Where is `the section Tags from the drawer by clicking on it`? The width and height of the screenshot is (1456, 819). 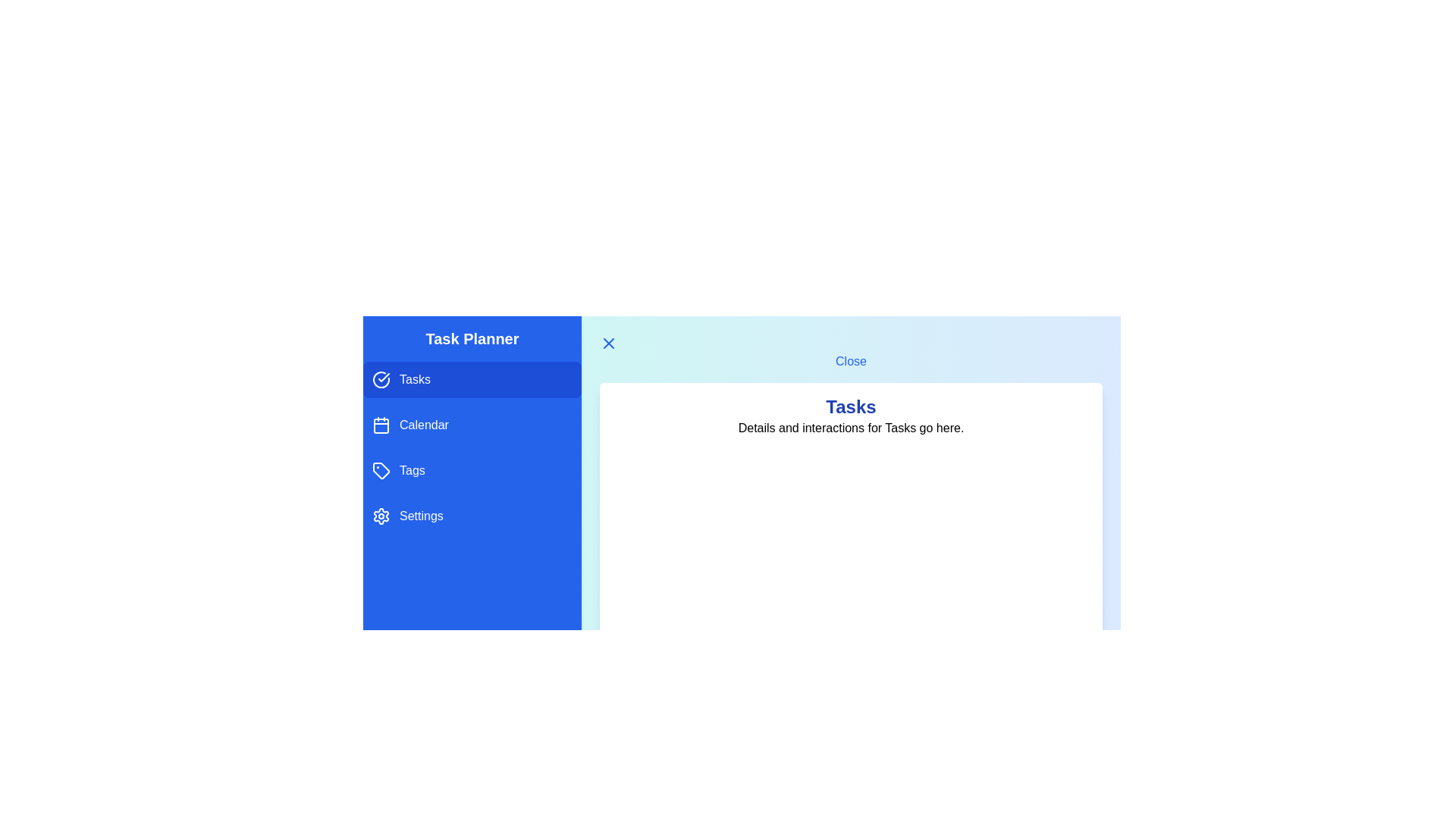
the section Tags from the drawer by clicking on it is located at coordinates (472, 470).